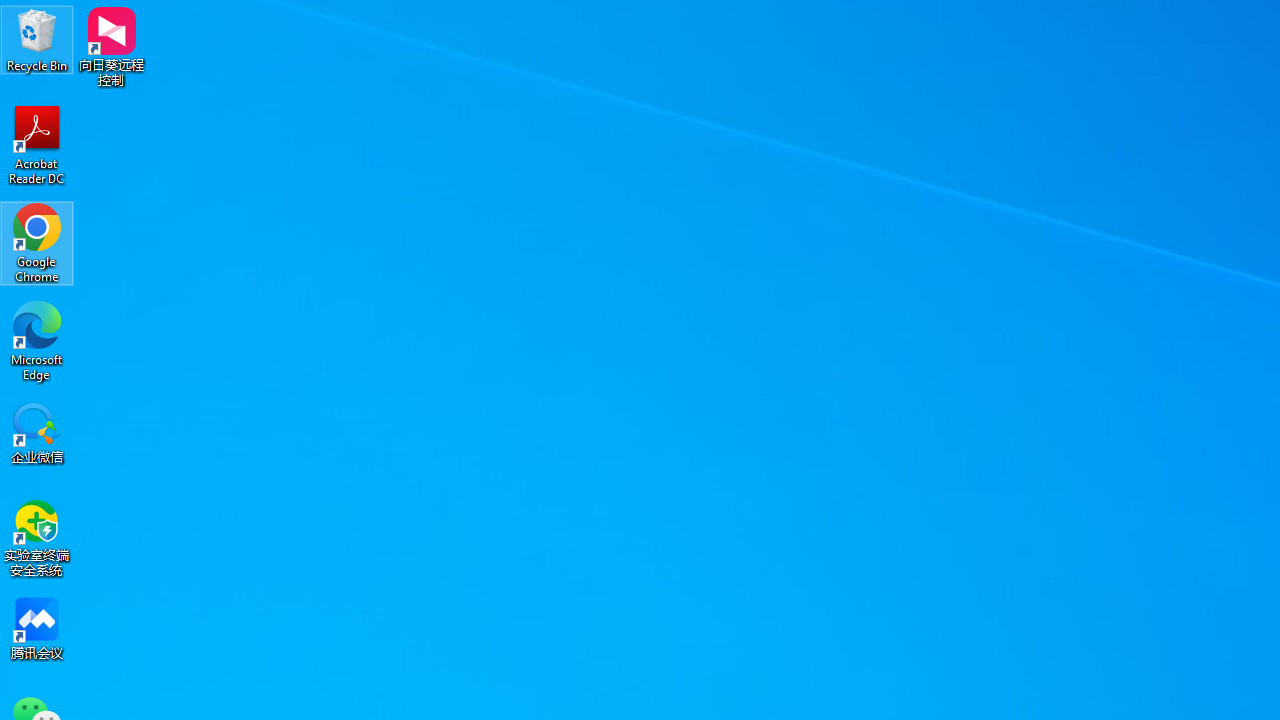 This screenshot has height=720, width=1280. Describe the element at coordinates (37, 242) in the screenshot. I see `'Google Chrome'` at that location.